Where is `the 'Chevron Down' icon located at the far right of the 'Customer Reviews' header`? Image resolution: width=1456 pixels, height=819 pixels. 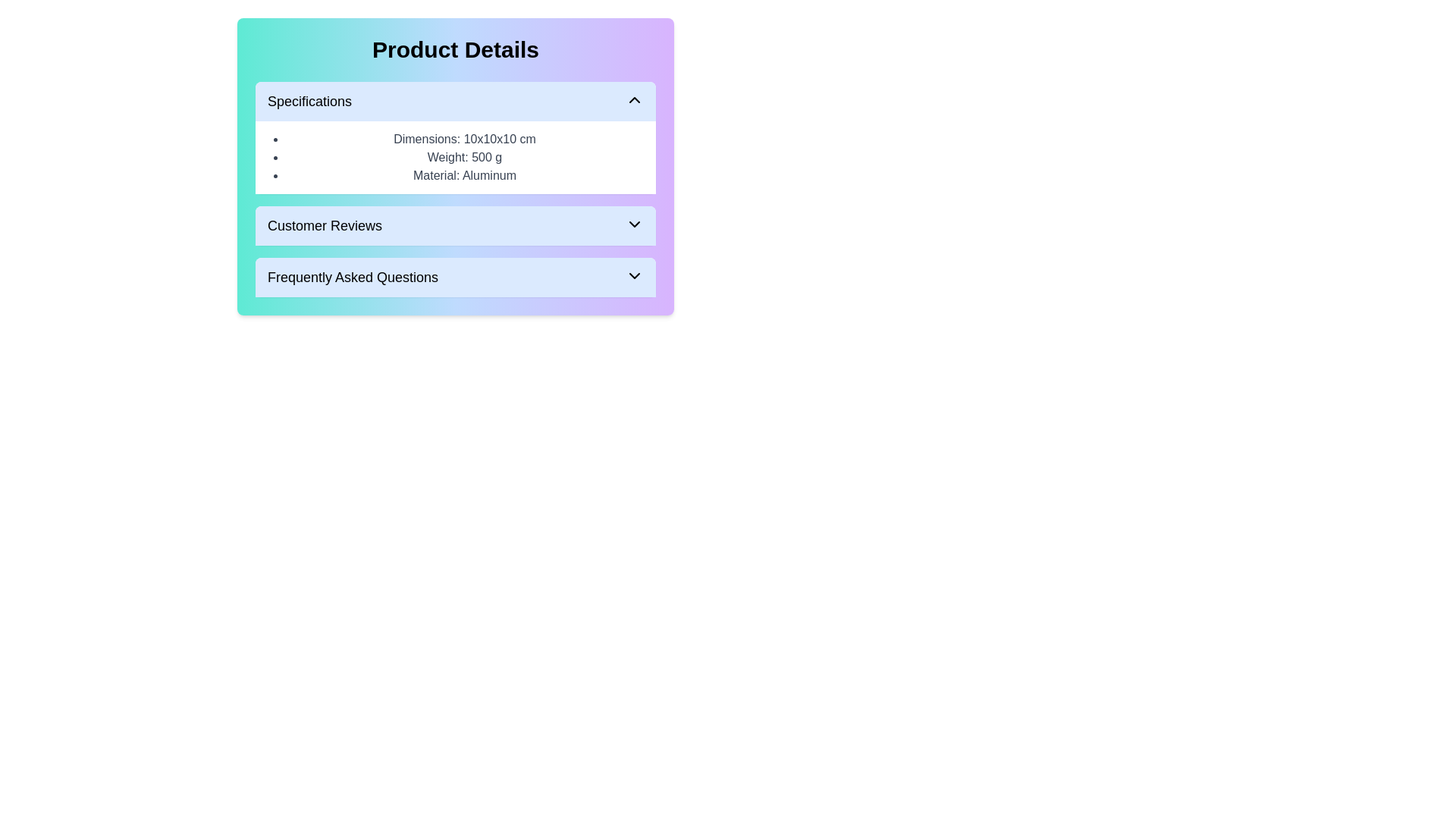
the 'Chevron Down' icon located at the far right of the 'Customer Reviews' header is located at coordinates (634, 224).